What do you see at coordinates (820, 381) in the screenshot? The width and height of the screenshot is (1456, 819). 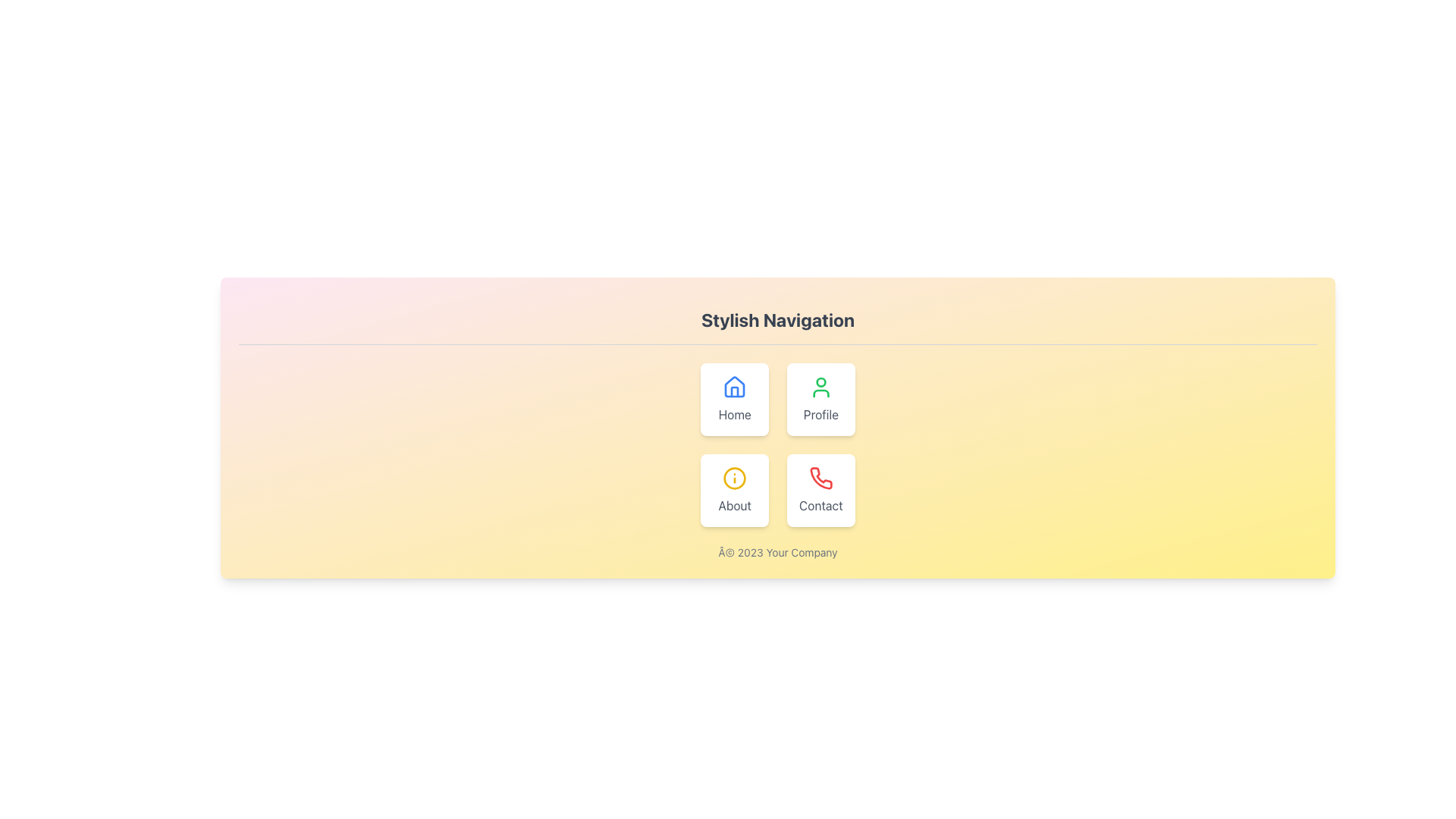 I see `the decorative circular graphical component within the user profile icon, which is the second icon in a horizontal row of four icons in the navigation interface` at bounding box center [820, 381].